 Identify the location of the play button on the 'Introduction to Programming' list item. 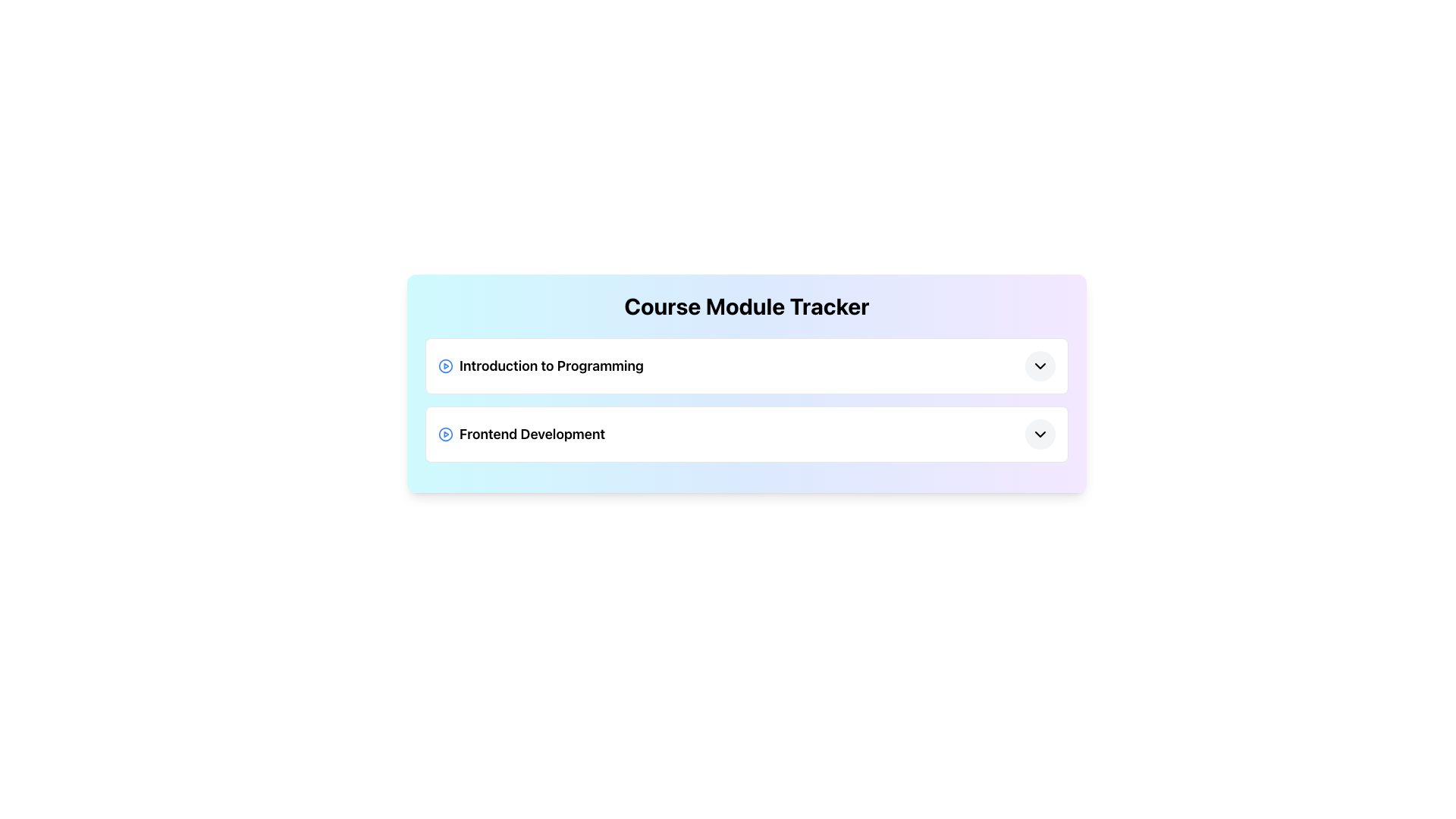
(746, 366).